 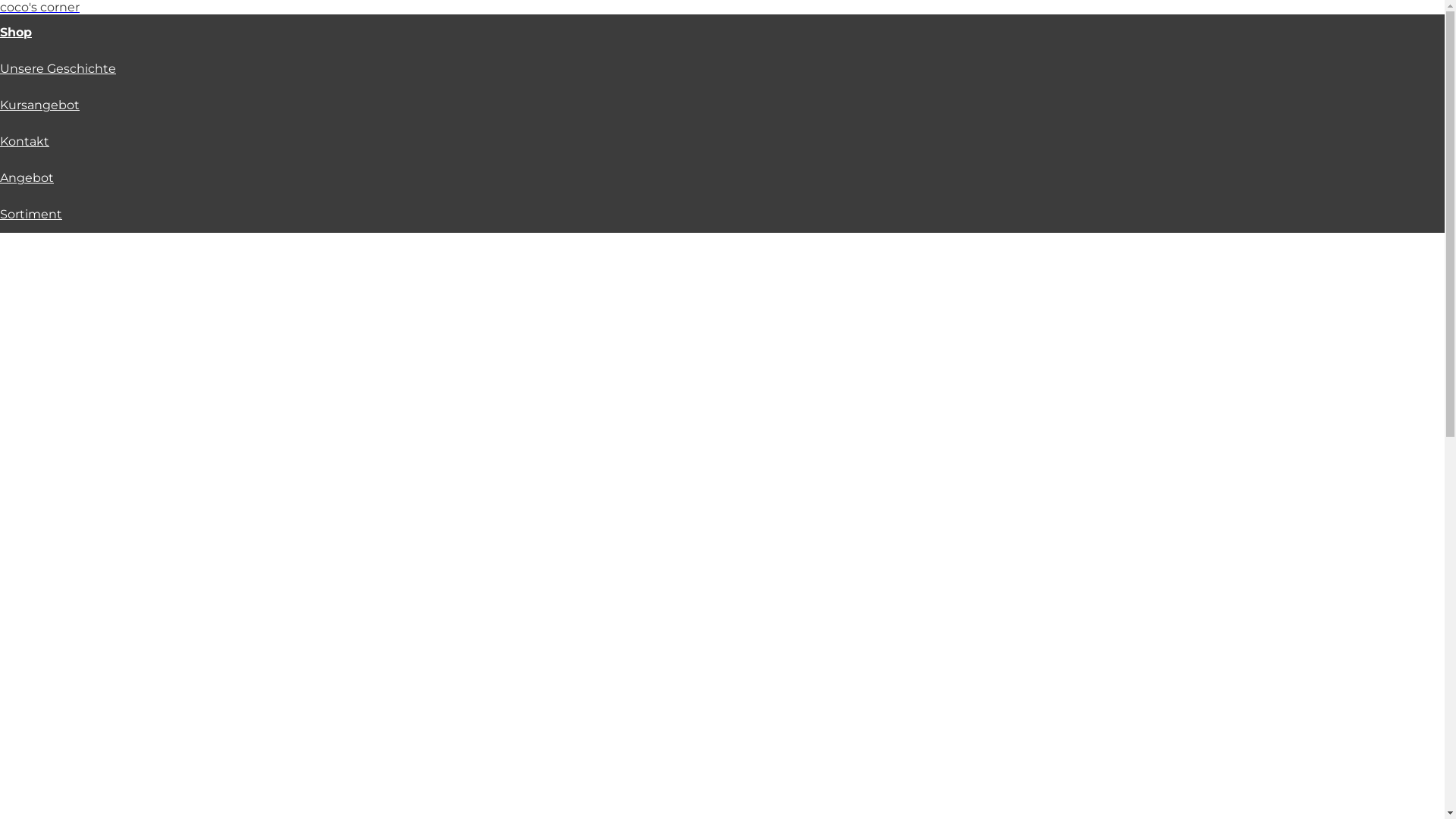 I want to click on 'Kursangebot', so click(x=0, y=104).